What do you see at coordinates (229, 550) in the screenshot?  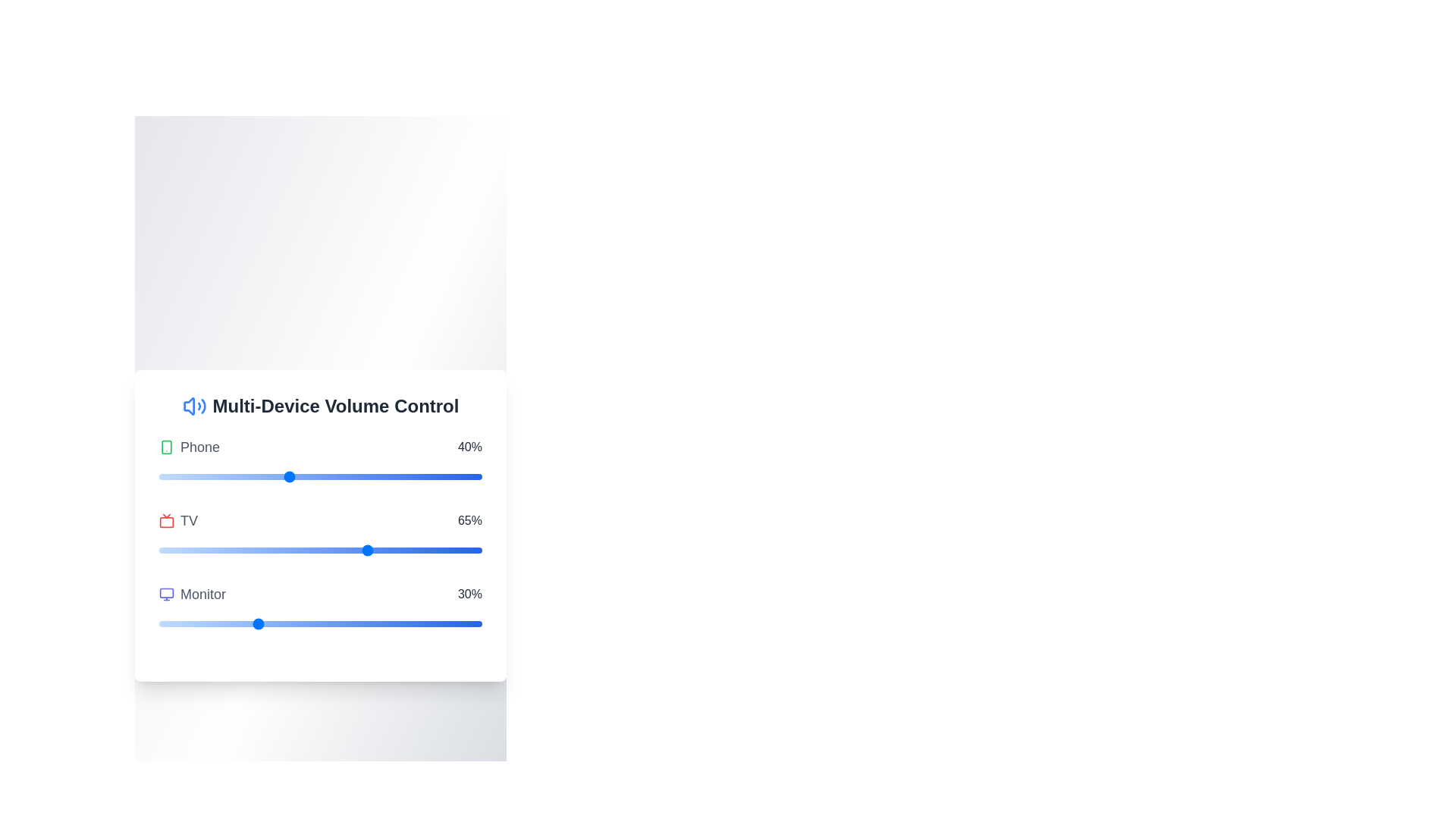 I see `TV volume` at bounding box center [229, 550].